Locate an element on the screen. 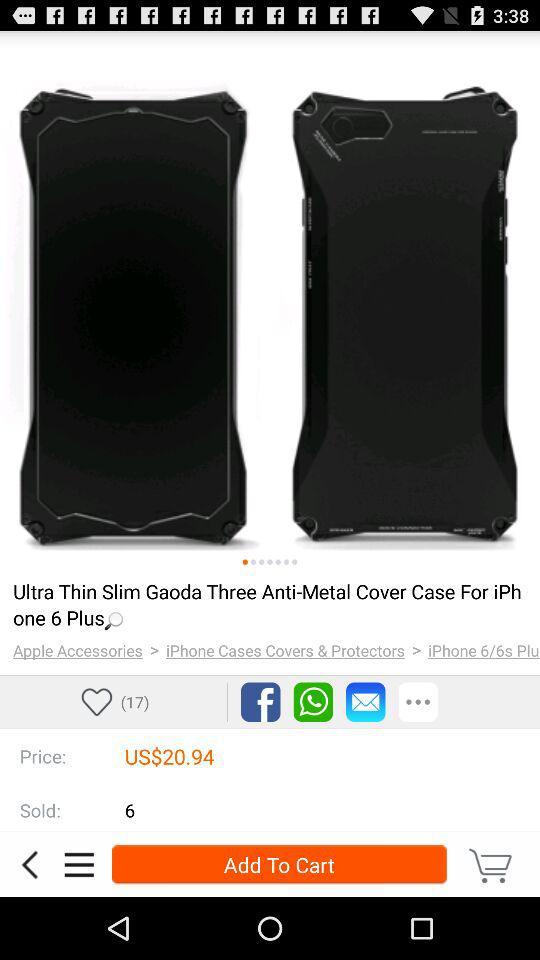 Image resolution: width=540 pixels, height=960 pixels. details about product is located at coordinates (78, 863).